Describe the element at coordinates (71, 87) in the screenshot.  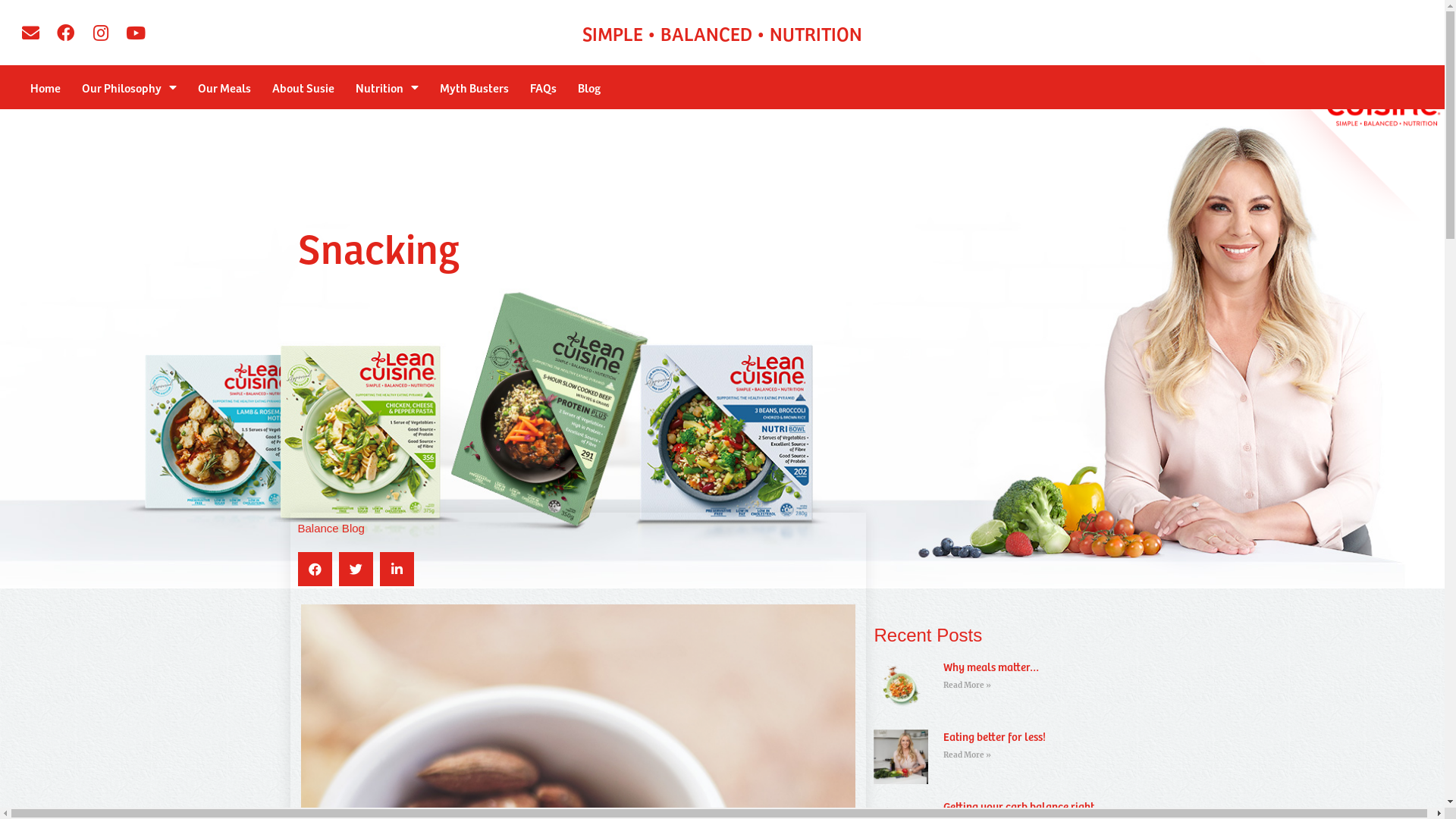
I see `'Our Philosophy'` at that location.